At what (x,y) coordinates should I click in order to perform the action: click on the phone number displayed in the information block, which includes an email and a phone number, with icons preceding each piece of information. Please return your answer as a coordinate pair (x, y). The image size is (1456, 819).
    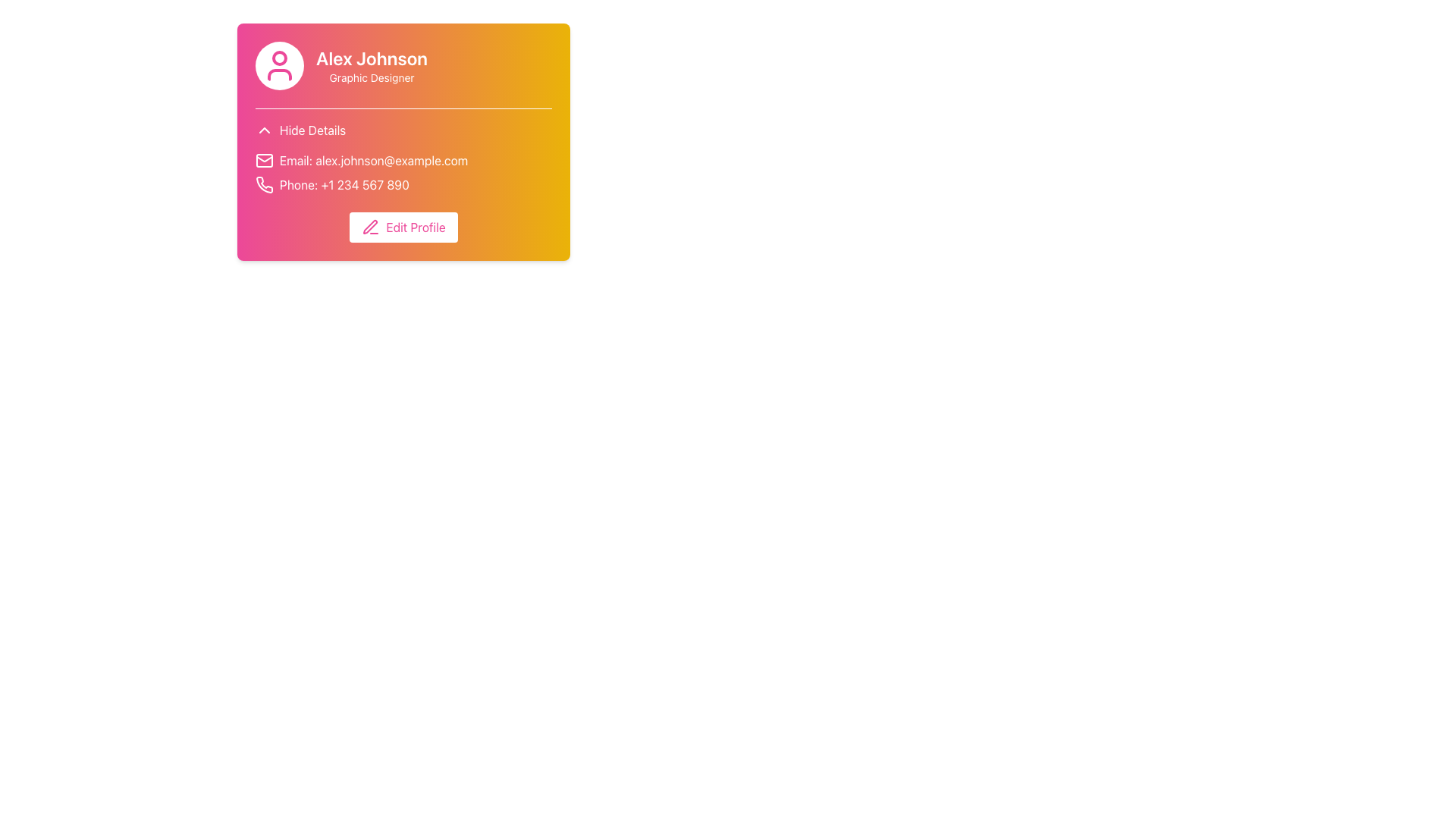
    Looking at the image, I should click on (403, 171).